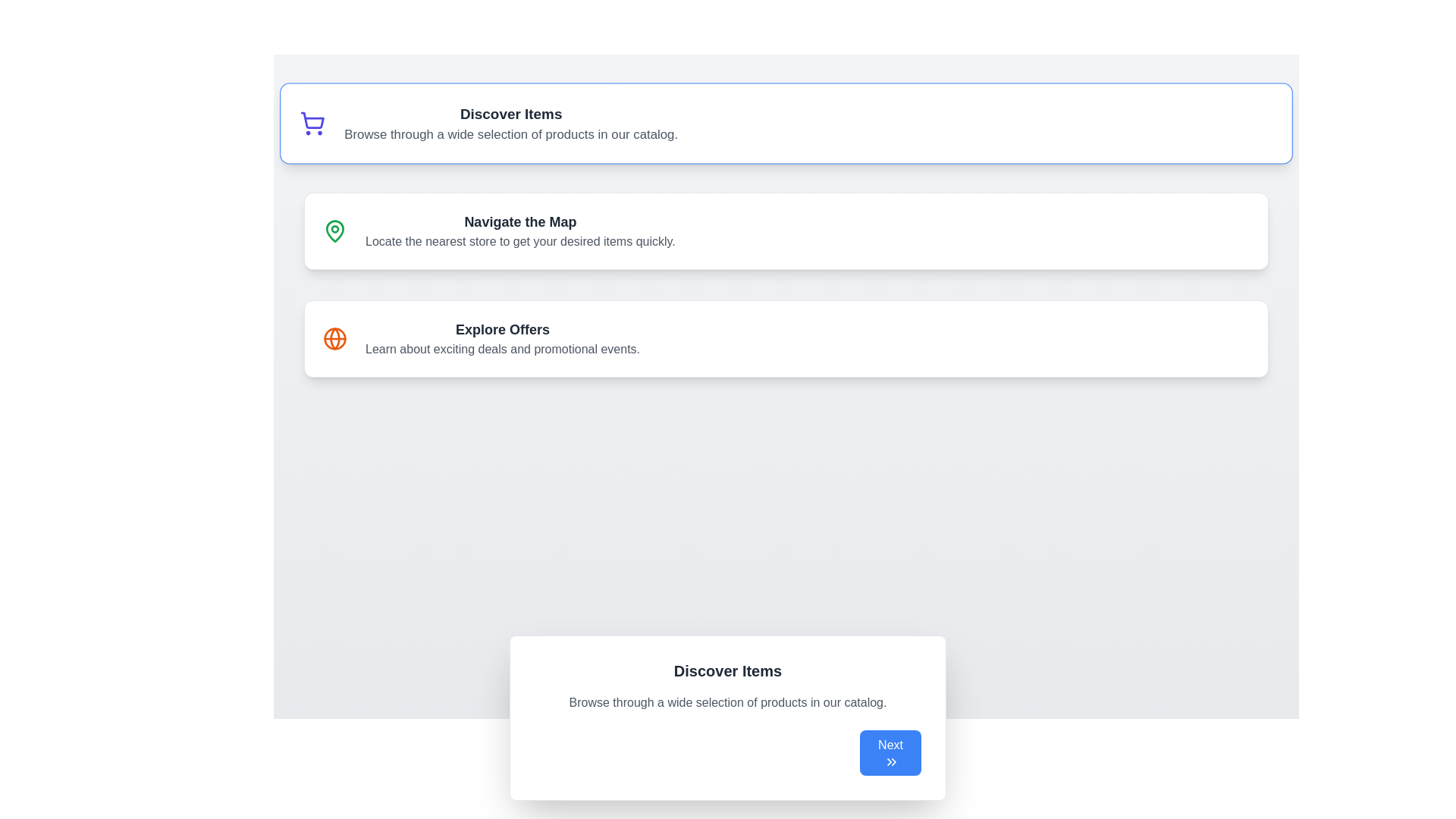  What do you see at coordinates (892, 762) in the screenshot?
I see `the navigation icon within the blue 'Next' button, which indicates the action to proceed to the next step` at bounding box center [892, 762].